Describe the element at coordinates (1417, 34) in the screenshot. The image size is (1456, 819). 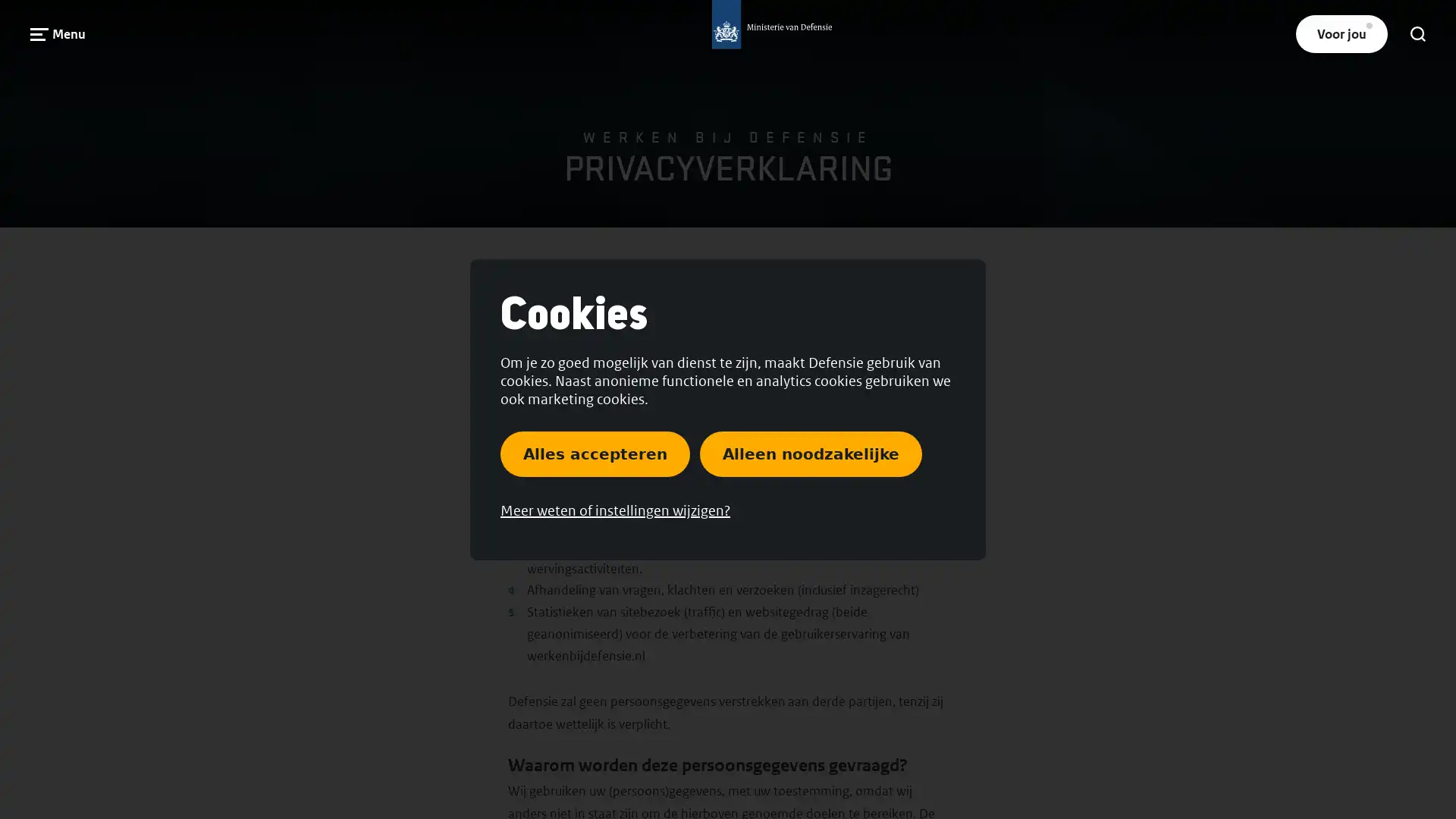
I see `Zoeken openen` at that location.